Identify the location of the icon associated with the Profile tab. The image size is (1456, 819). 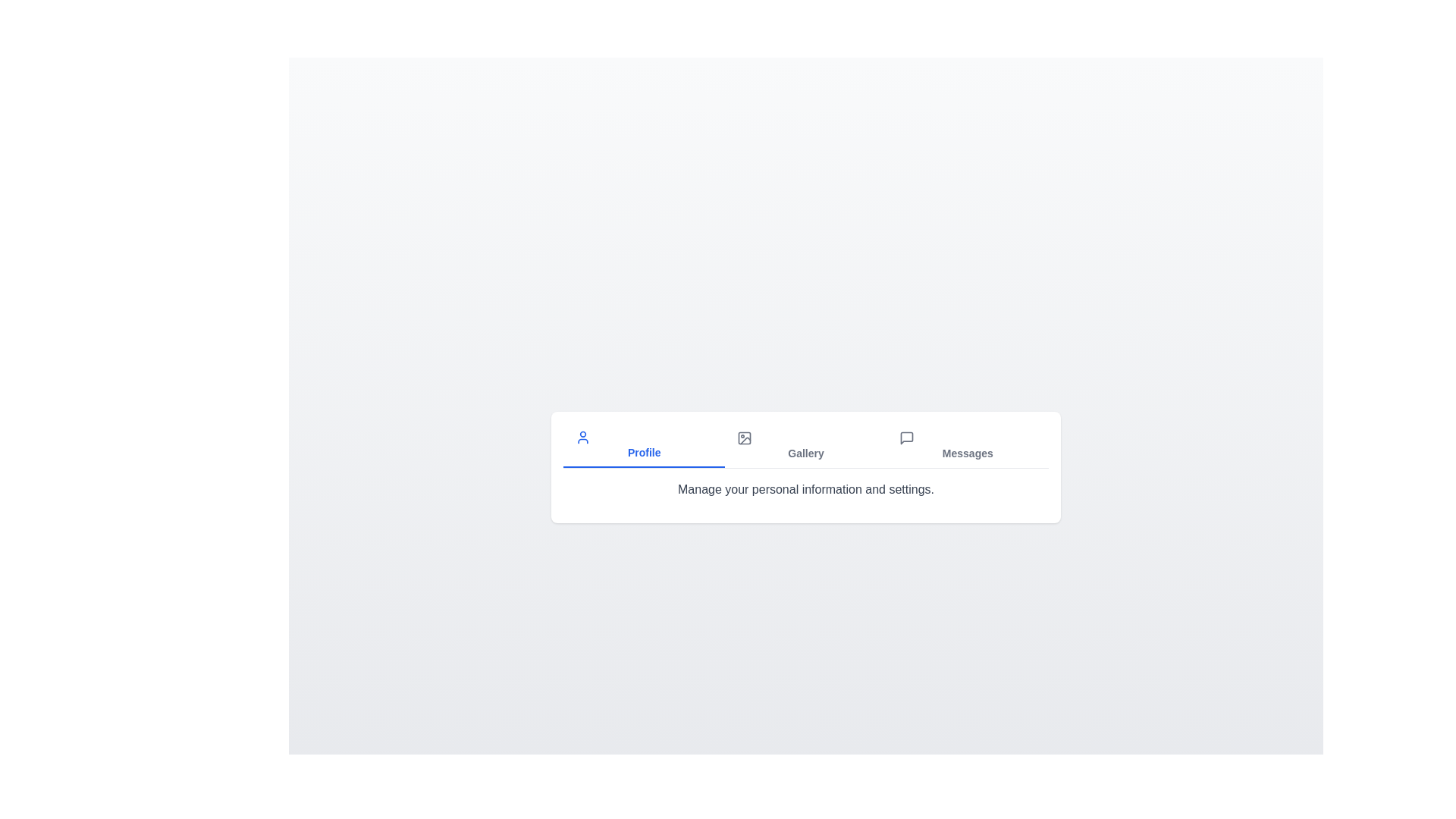
(582, 437).